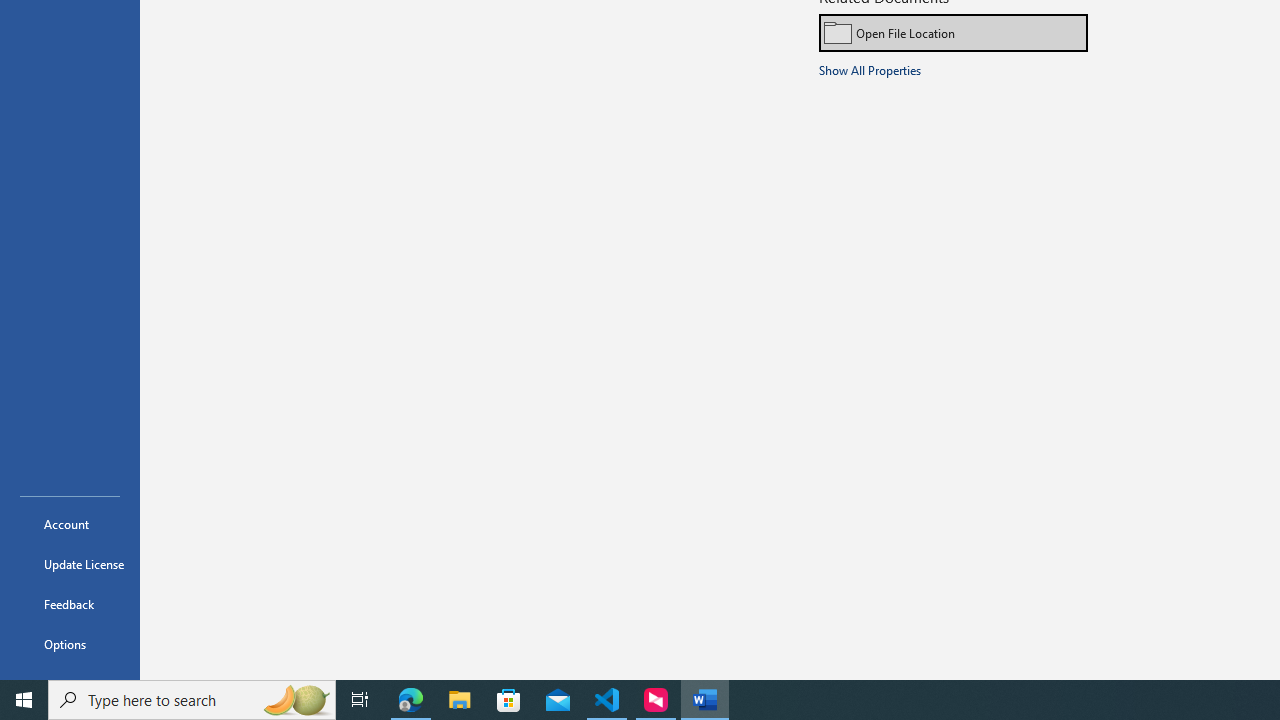 Image resolution: width=1280 pixels, height=720 pixels. I want to click on 'Account', so click(69, 523).